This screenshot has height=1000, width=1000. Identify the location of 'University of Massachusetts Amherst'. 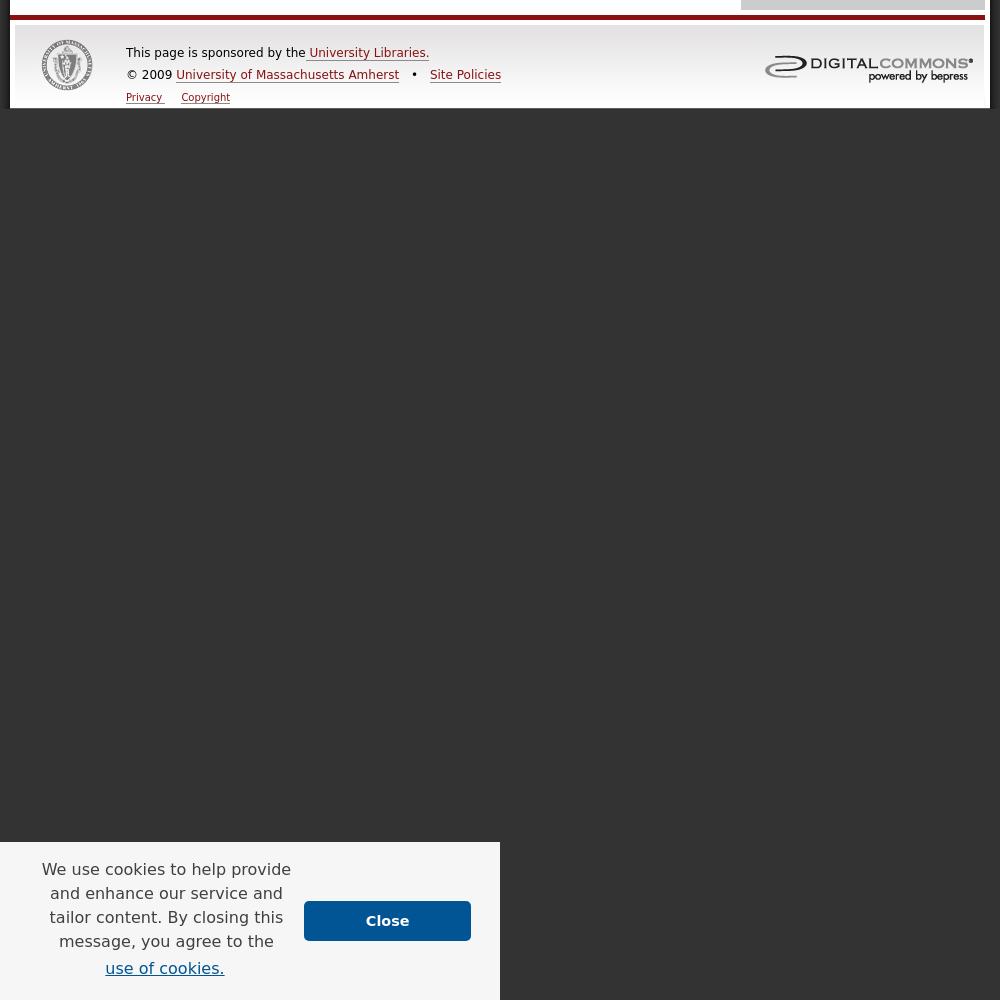
(287, 74).